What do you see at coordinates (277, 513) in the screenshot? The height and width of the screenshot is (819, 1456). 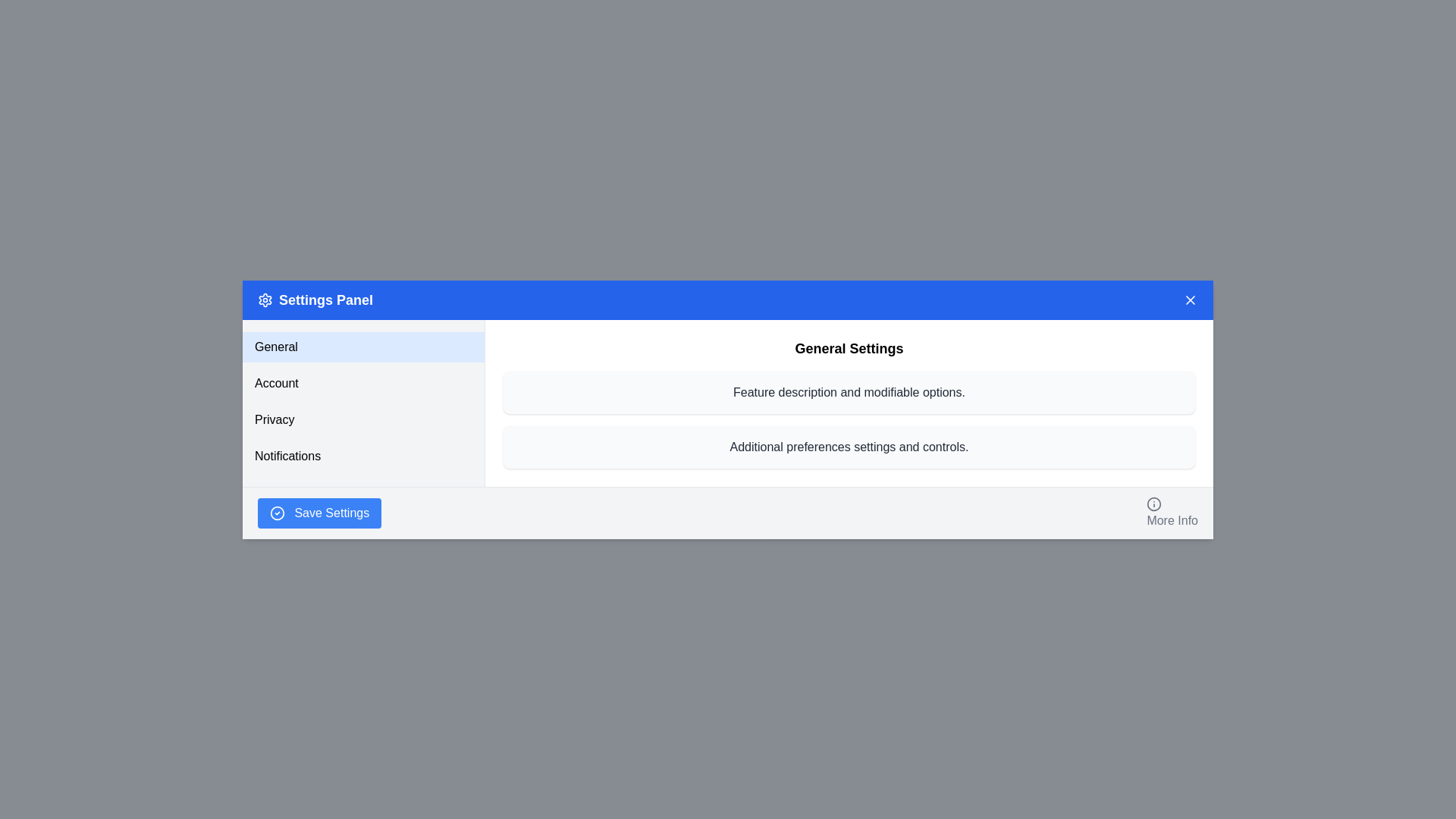 I see `the decorative circular backdrop element inside the 'Save Settings' button located at the bottom left of the interface` at bounding box center [277, 513].